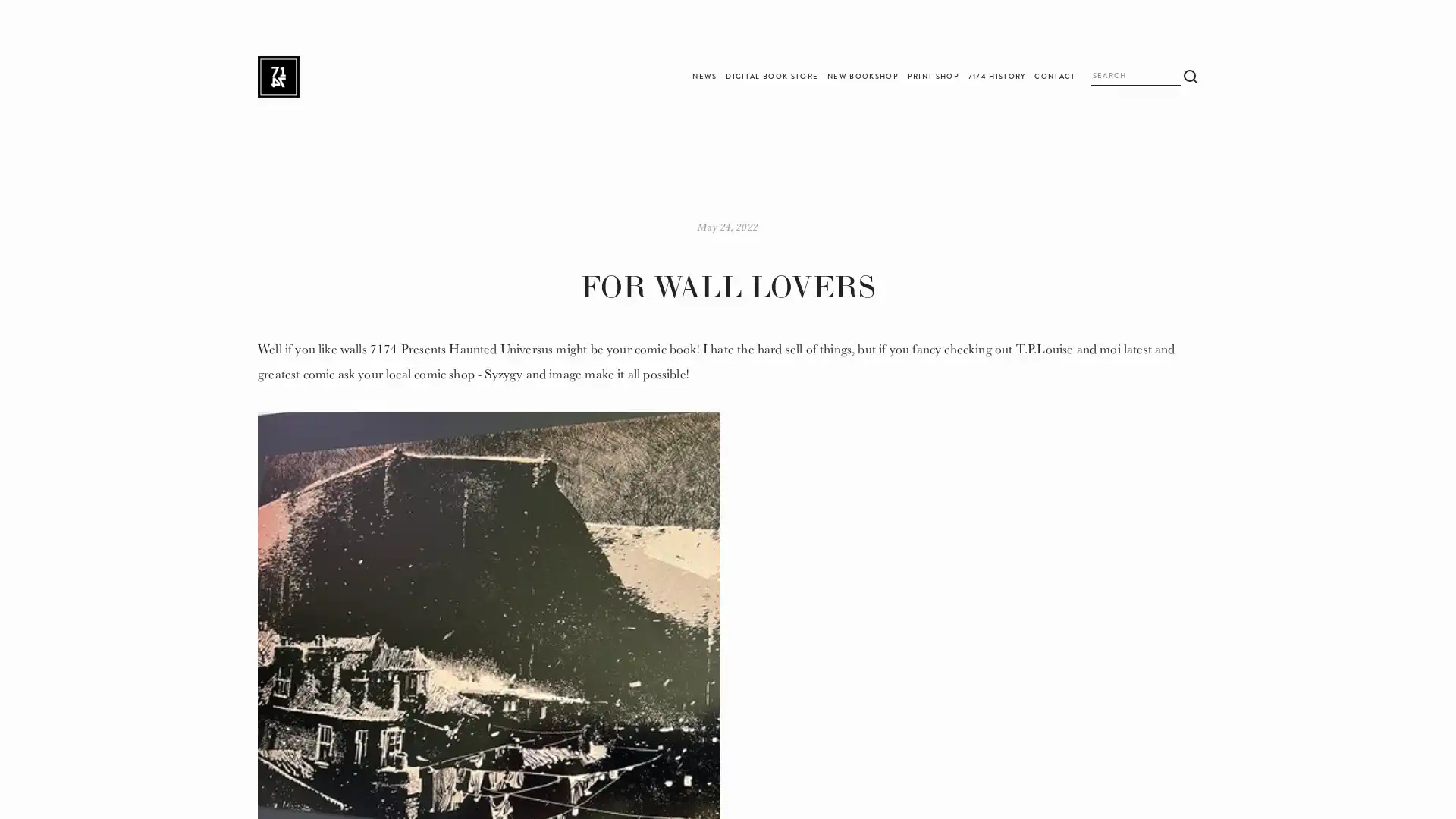 The height and width of the screenshot is (819, 1456). Describe the element at coordinates (943, 281) in the screenshot. I see `Close` at that location.